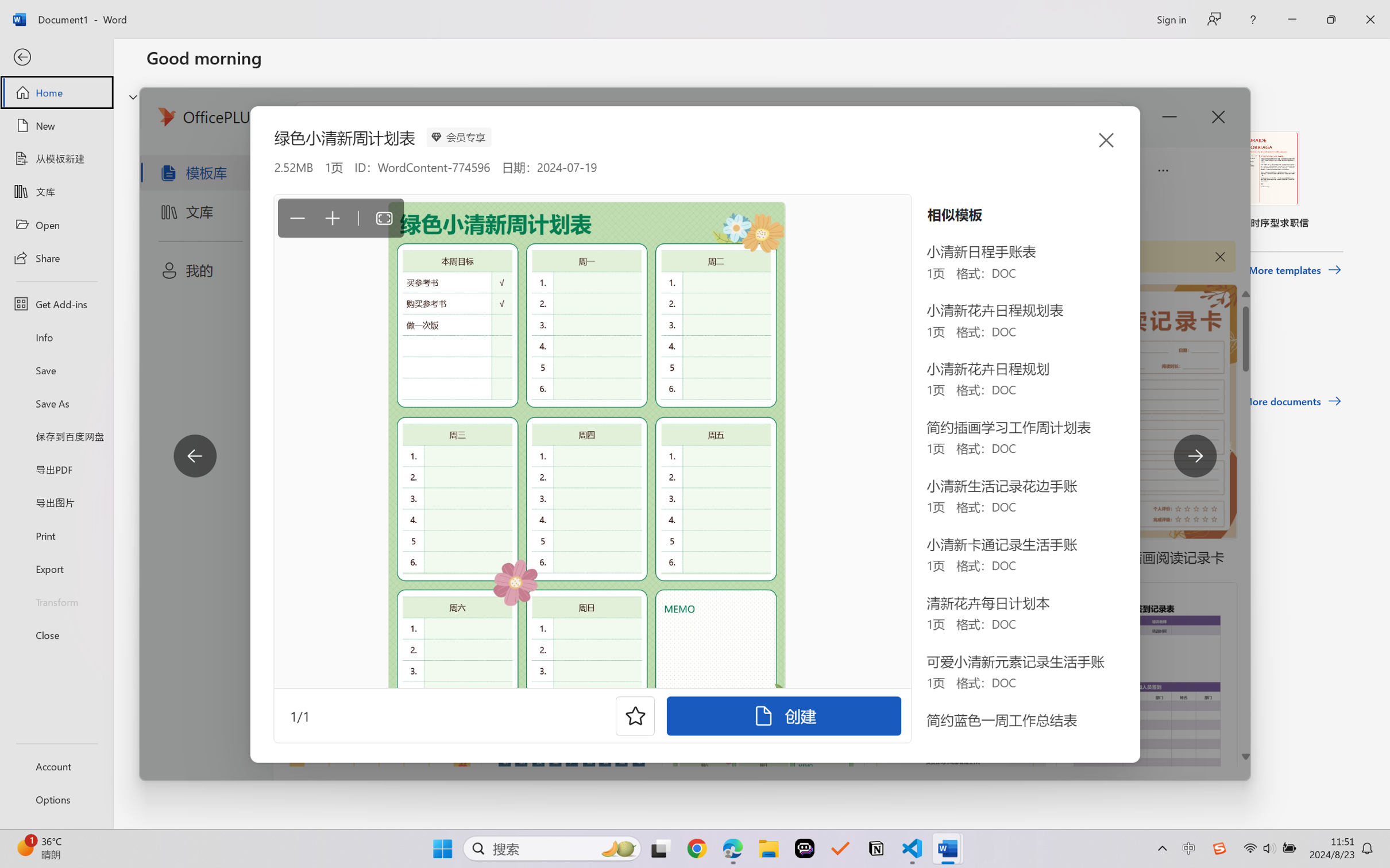  Describe the element at coordinates (56, 125) in the screenshot. I see `'New'` at that location.